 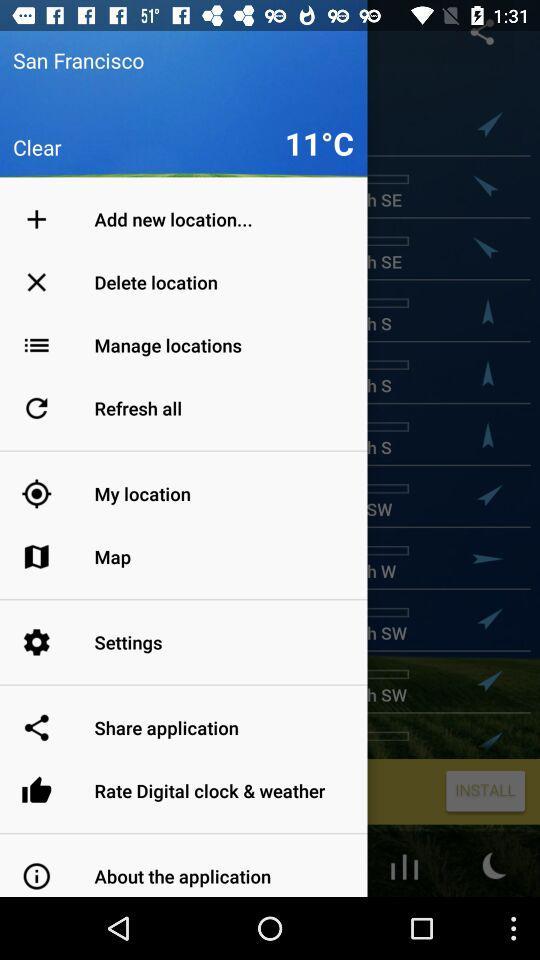 I want to click on the weather icon, so click(x=494, y=925).